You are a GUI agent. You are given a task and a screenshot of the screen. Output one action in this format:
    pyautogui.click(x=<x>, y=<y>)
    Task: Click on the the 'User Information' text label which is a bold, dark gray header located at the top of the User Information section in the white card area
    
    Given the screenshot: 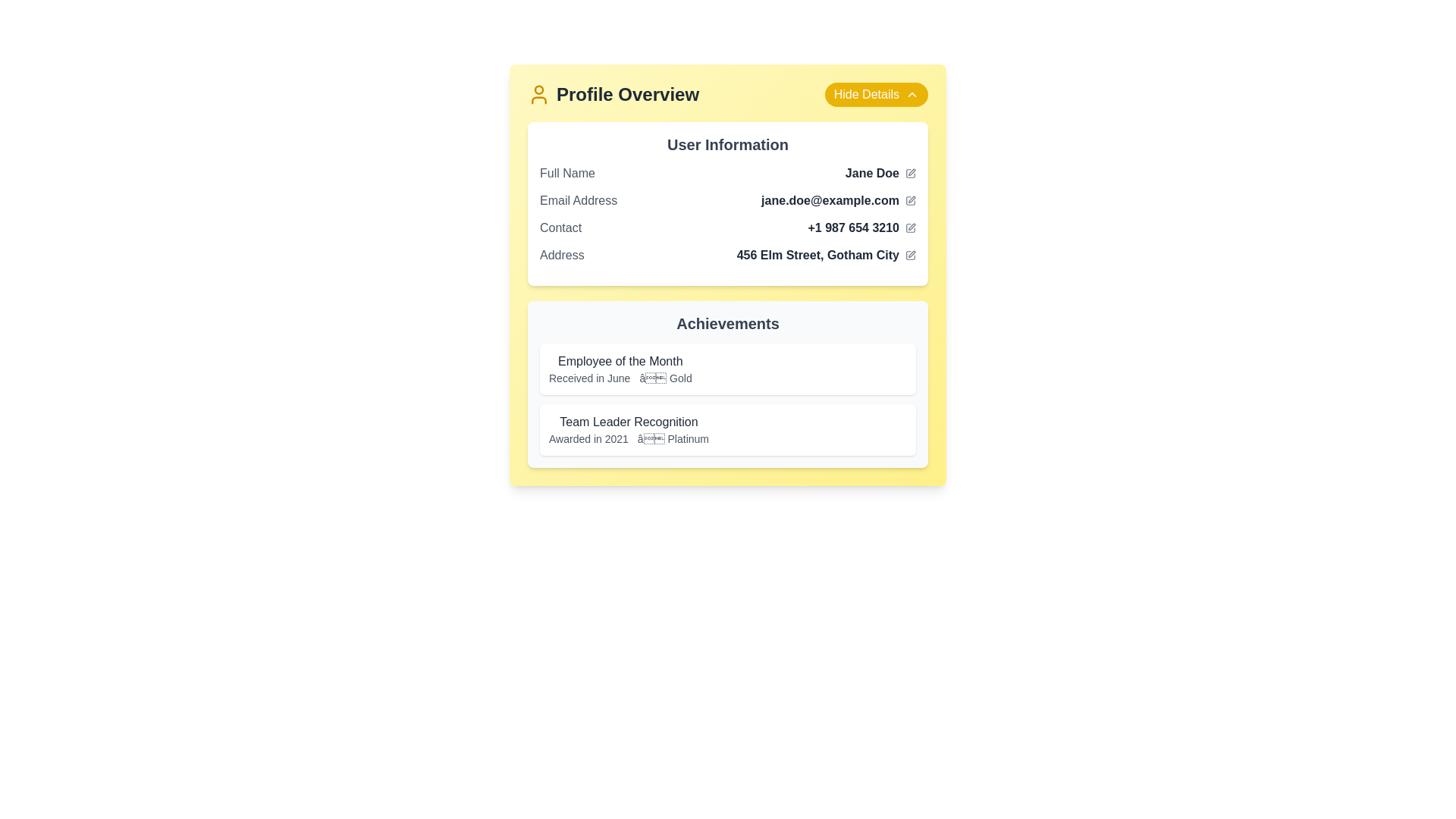 What is the action you would take?
    pyautogui.click(x=728, y=145)
    